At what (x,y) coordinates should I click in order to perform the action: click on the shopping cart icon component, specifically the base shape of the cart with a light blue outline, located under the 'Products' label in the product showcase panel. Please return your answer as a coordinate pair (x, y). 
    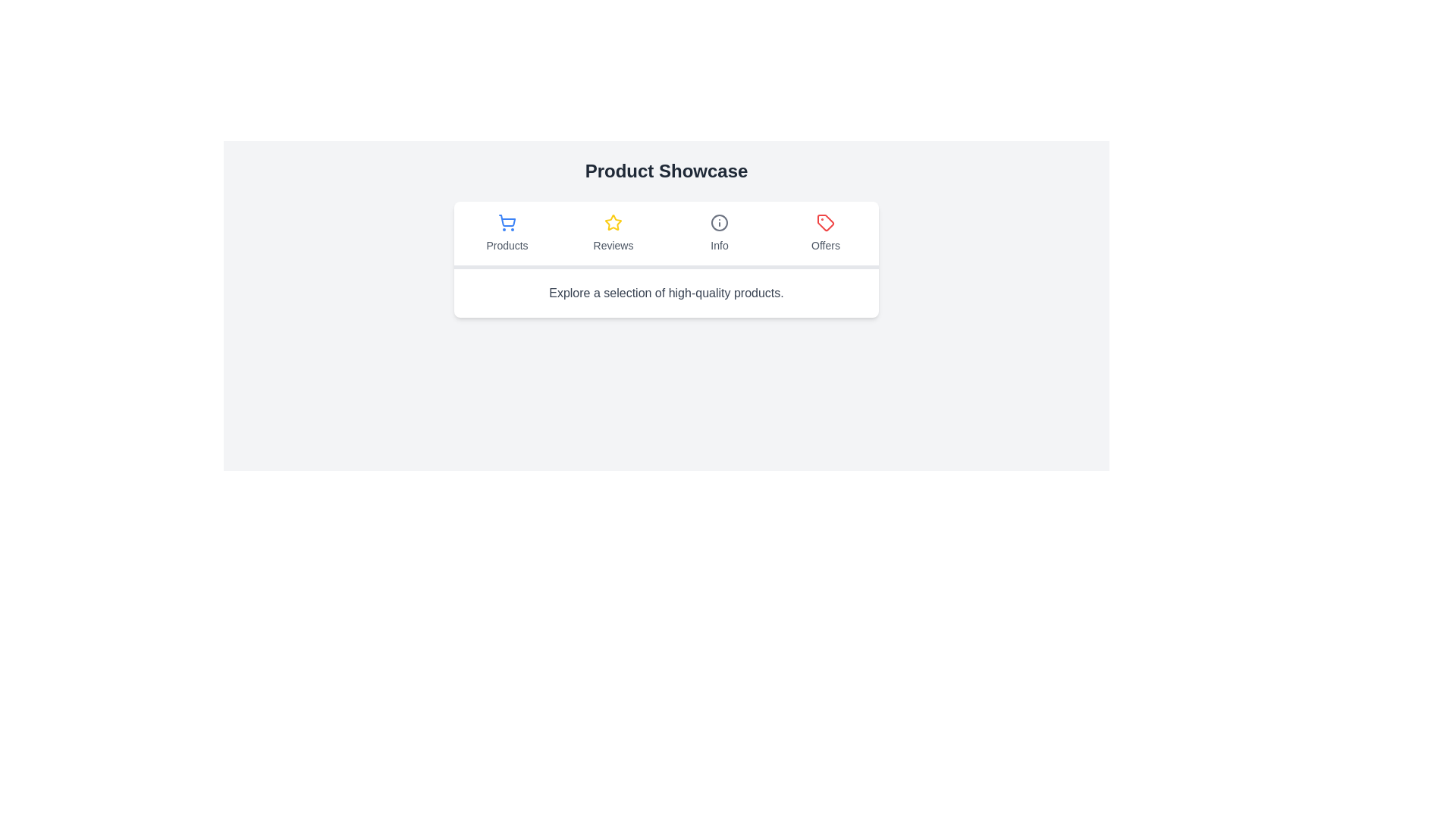
    Looking at the image, I should click on (507, 221).